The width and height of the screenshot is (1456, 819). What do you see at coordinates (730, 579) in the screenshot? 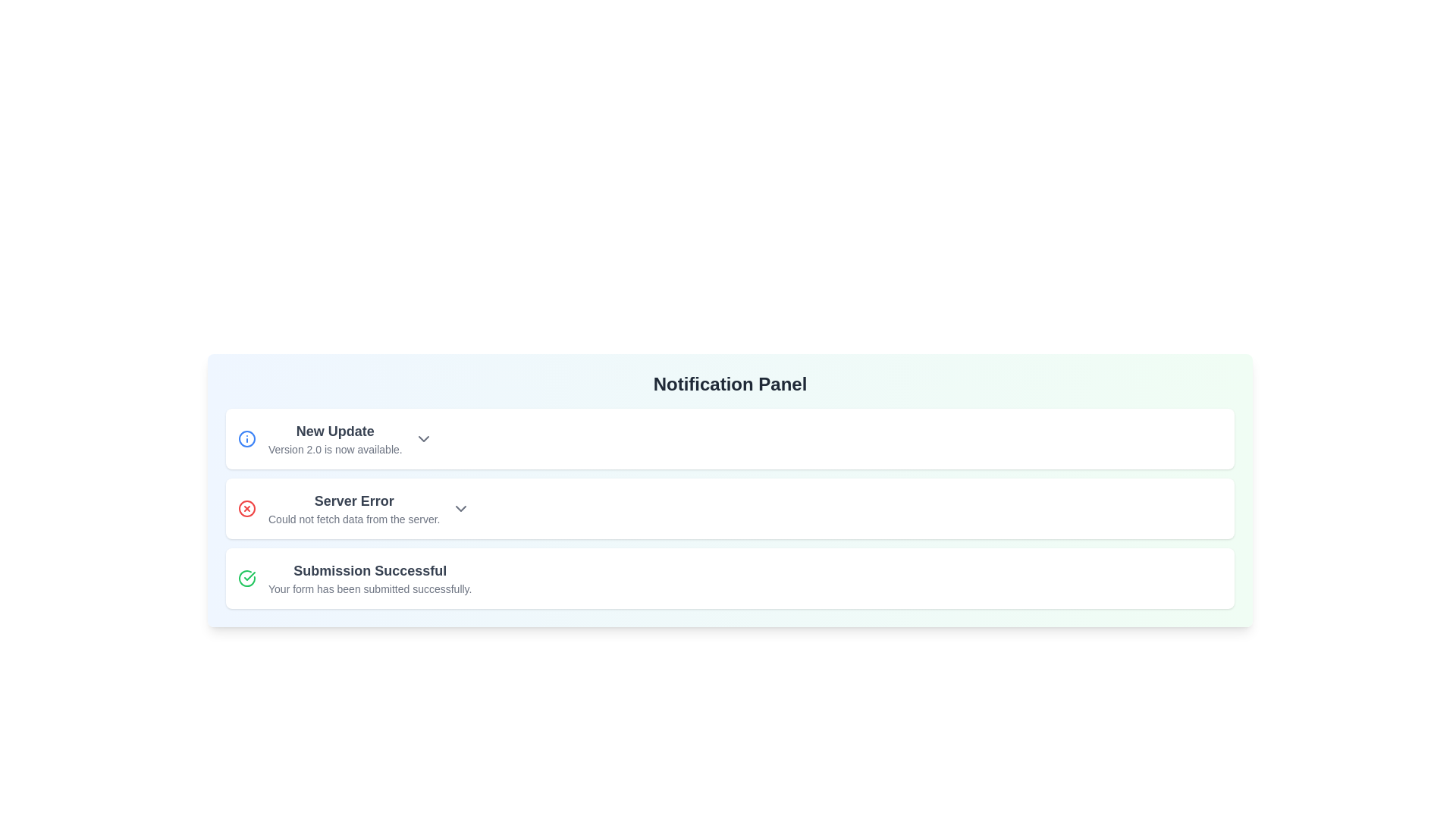
I see `the Notification box that informs users about the successful form submission, located beneath the 'Server Error' message` at bounding box center [730, 579].